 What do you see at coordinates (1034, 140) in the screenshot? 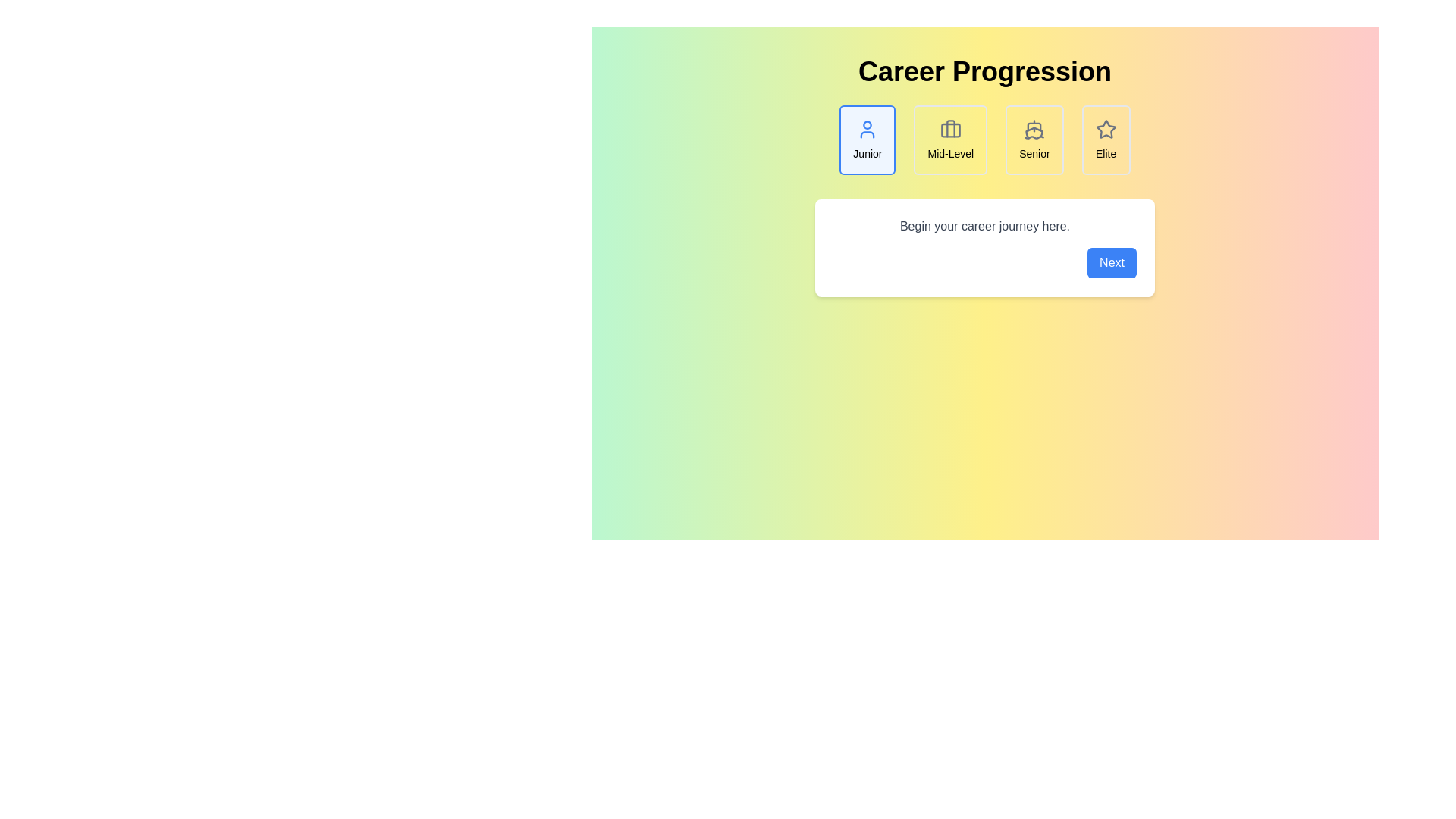
I see `the career step icon corresponding to Senior to trigger interaction feedback` at bounding box center [1034, 140].